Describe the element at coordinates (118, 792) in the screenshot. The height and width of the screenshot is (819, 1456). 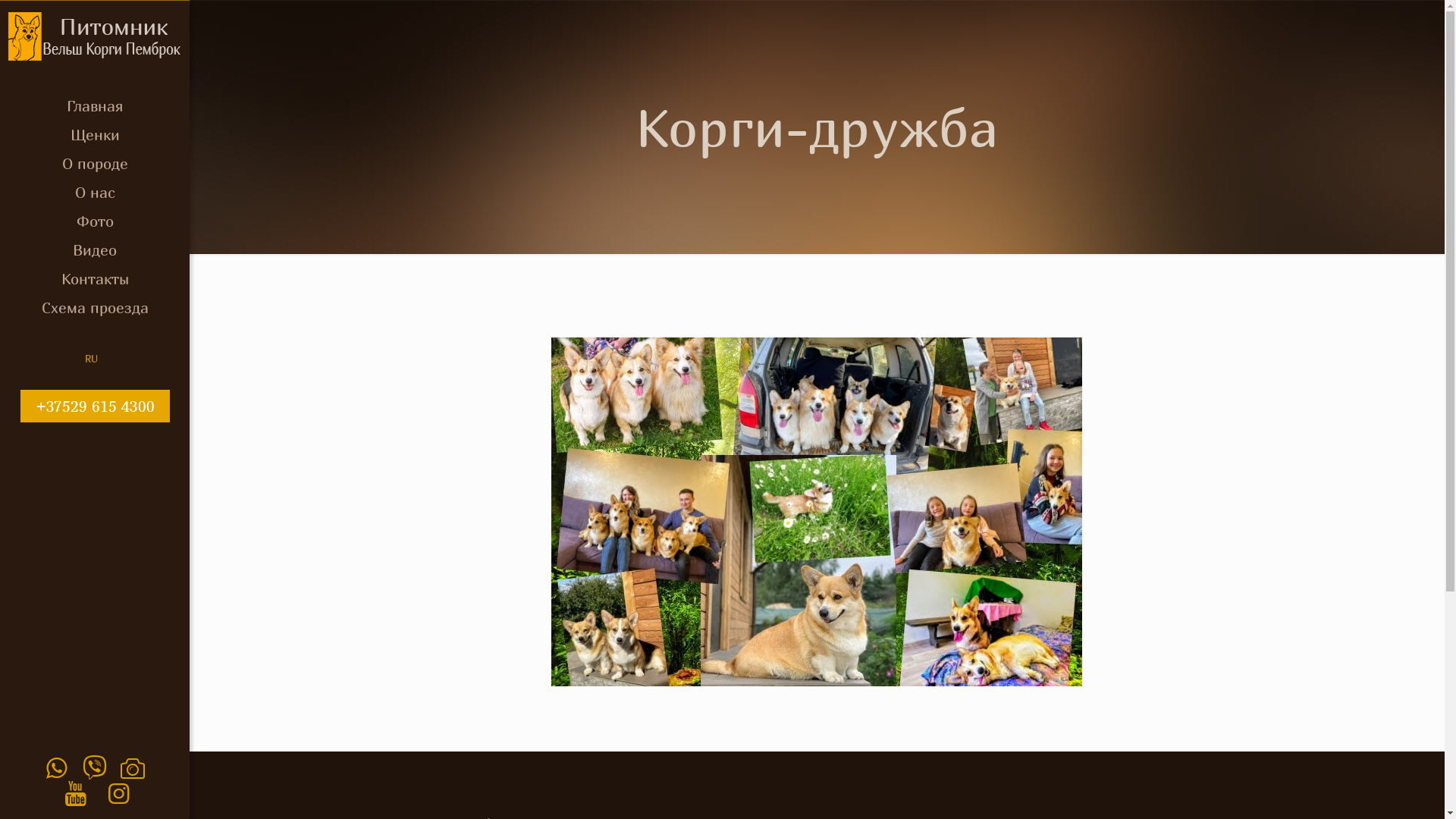
I see `'Instagram'` at that location.